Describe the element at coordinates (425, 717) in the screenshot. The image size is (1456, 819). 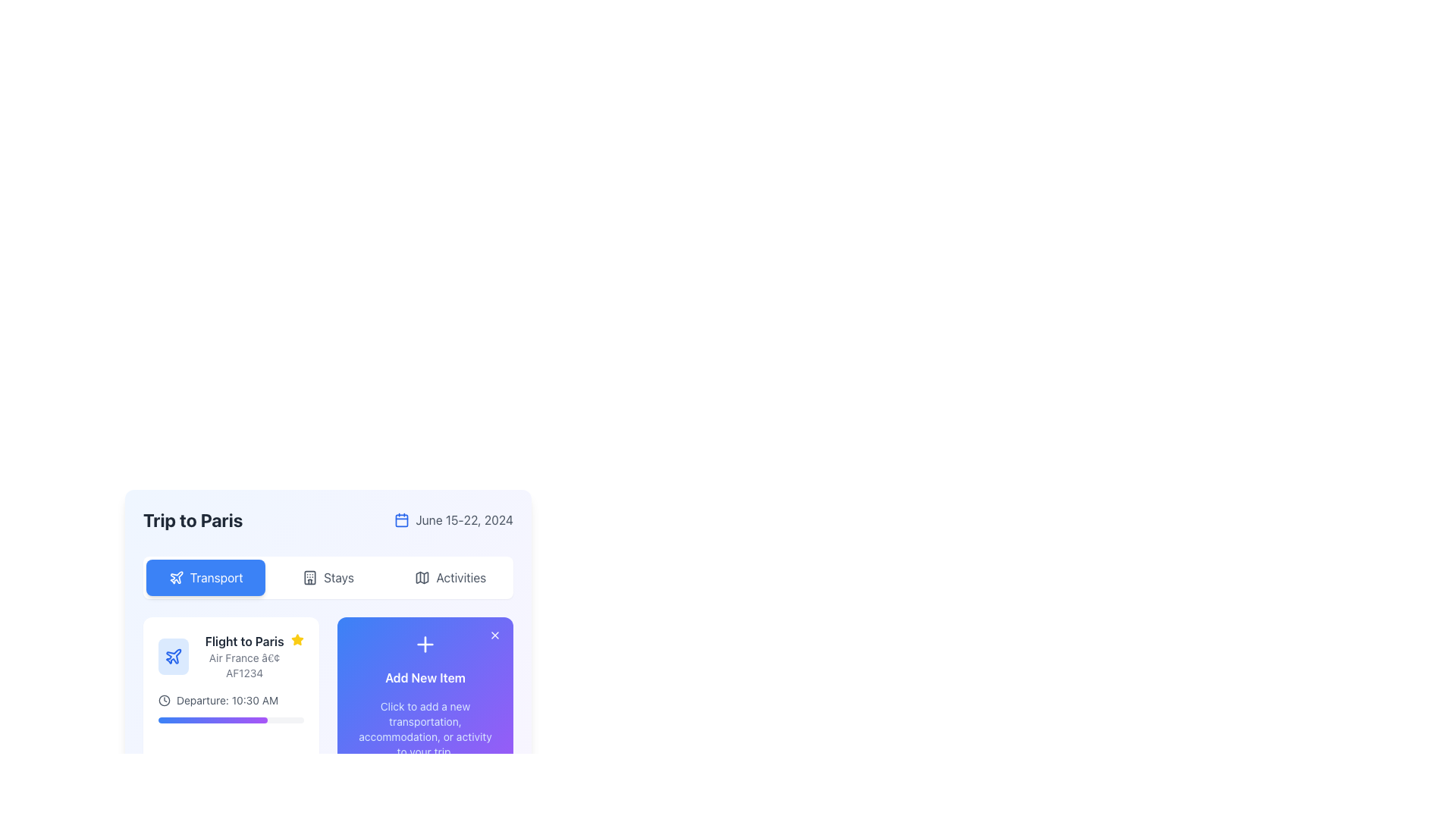
I see `the interactive card labeled 'Add New Item' with a button 'Add Now' at the bottom, located below the 'Flight to Paris' detail card` at that location.